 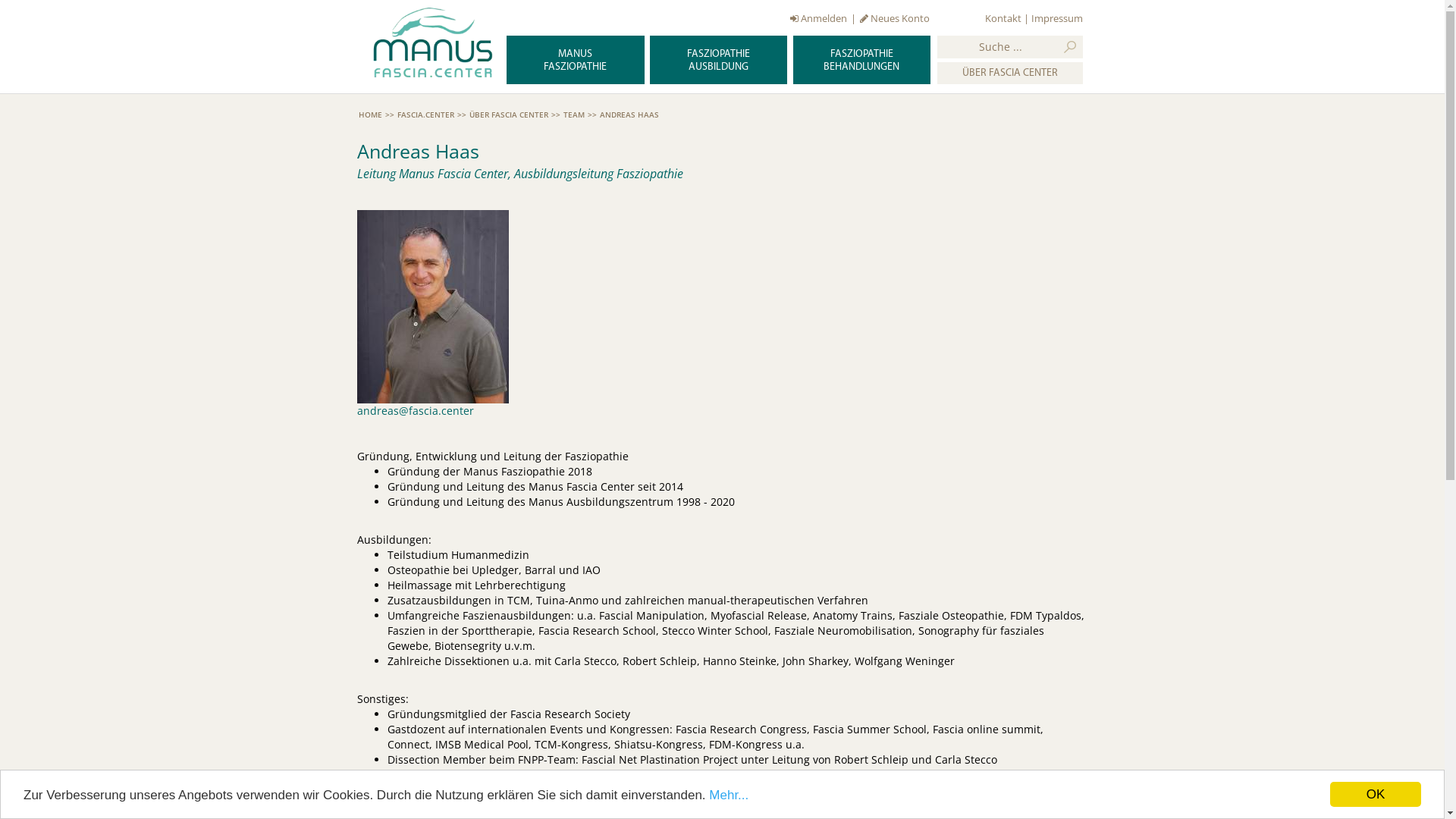 What do you see at coordinates (573, 113) in the screenshot?
I see `'TEAM'` at bounding box center [573, 113].